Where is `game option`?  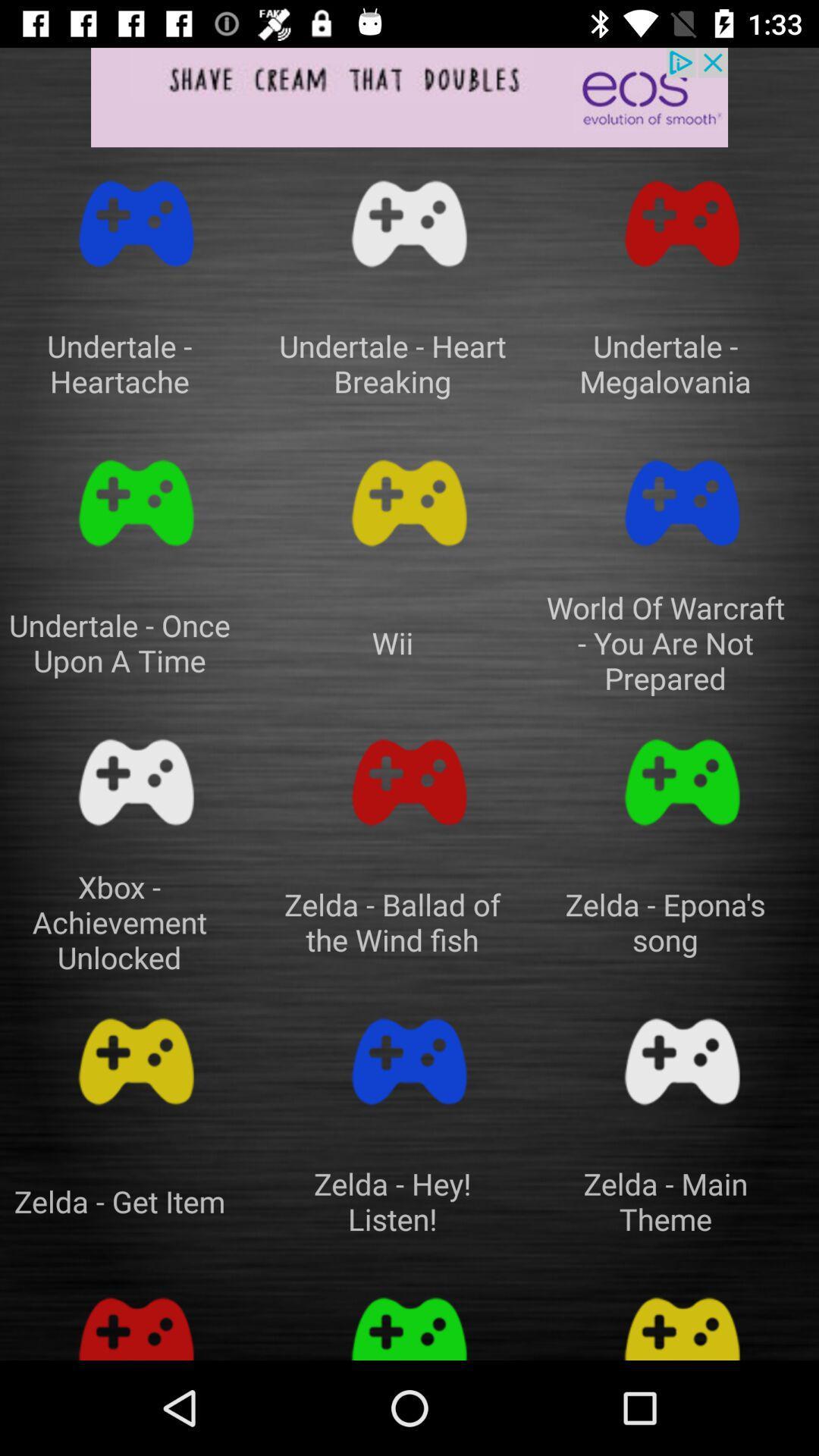
game option is located at coordinates (681, 1319).